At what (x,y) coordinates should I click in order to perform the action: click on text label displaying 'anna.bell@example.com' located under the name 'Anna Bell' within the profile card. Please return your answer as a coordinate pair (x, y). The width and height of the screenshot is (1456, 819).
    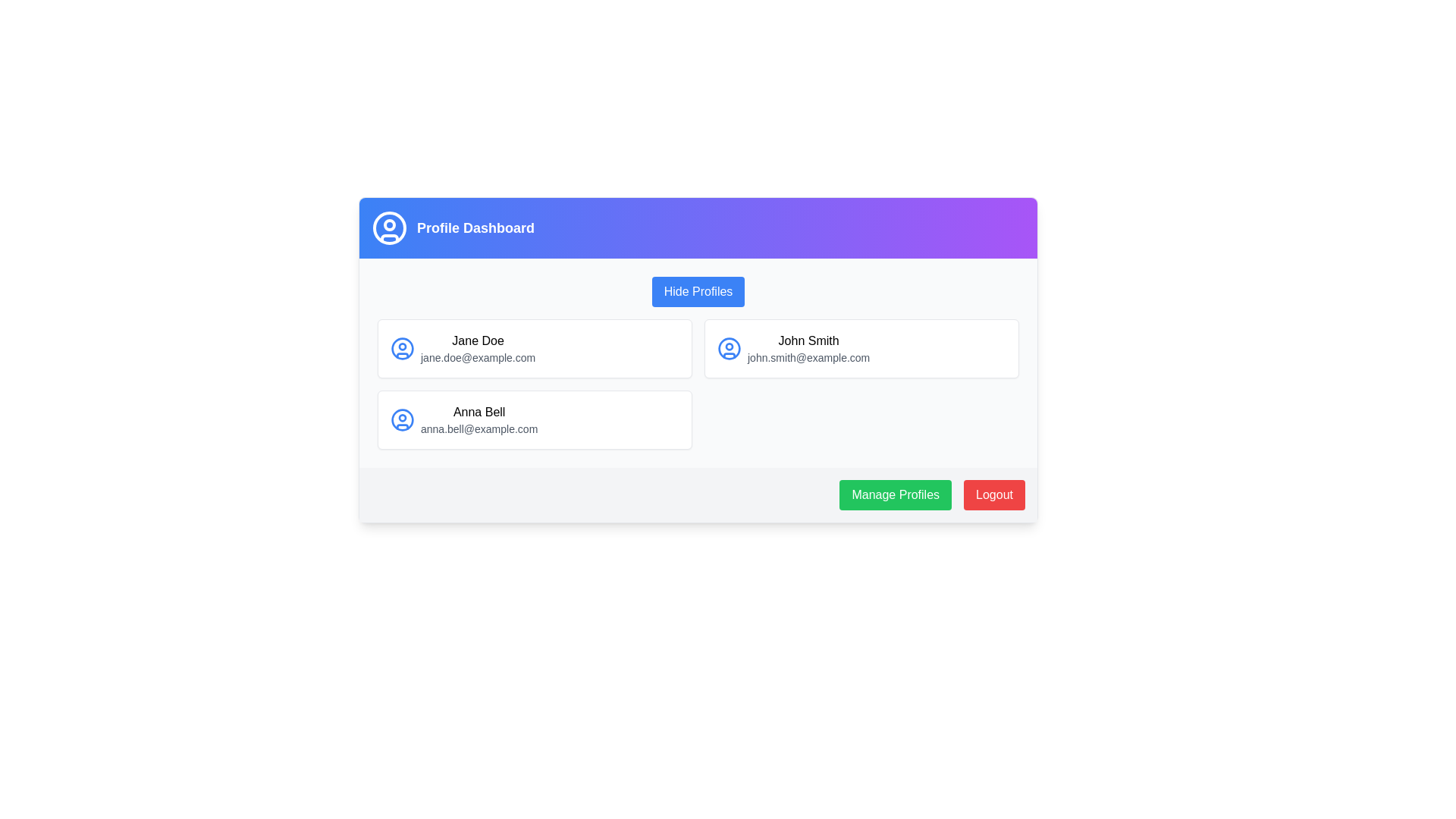
    Looking at the image, I should click on (479, 429).